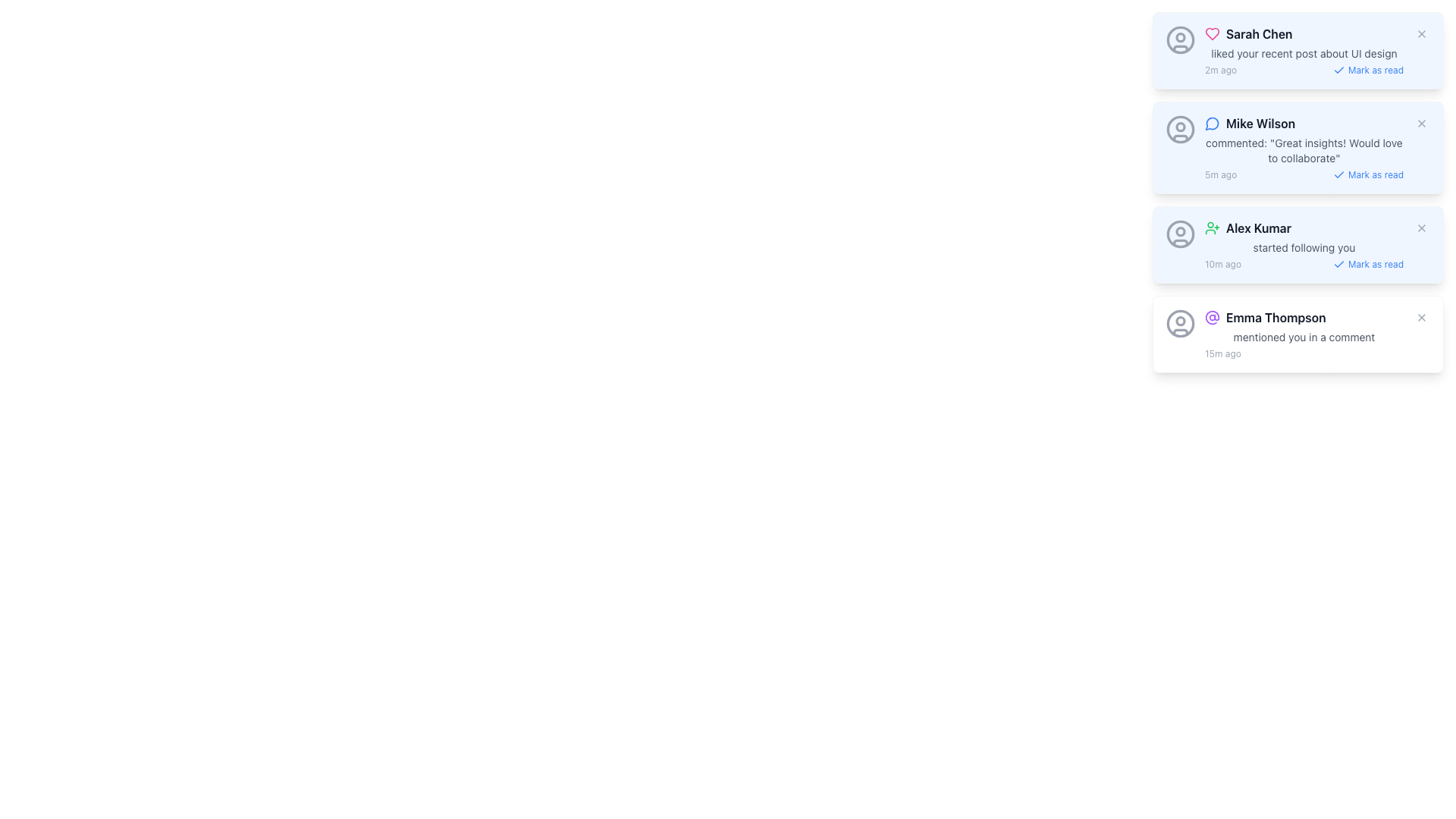 Image resolution: width=1456 pixels, height=819 pixels. What do you see at coordinates (1179, 128) in the screenshot?
I see `the outermost circle of the user profile icon, located to the left of the notification regarding Mike Wilson` at bounding box center [1179, 128].